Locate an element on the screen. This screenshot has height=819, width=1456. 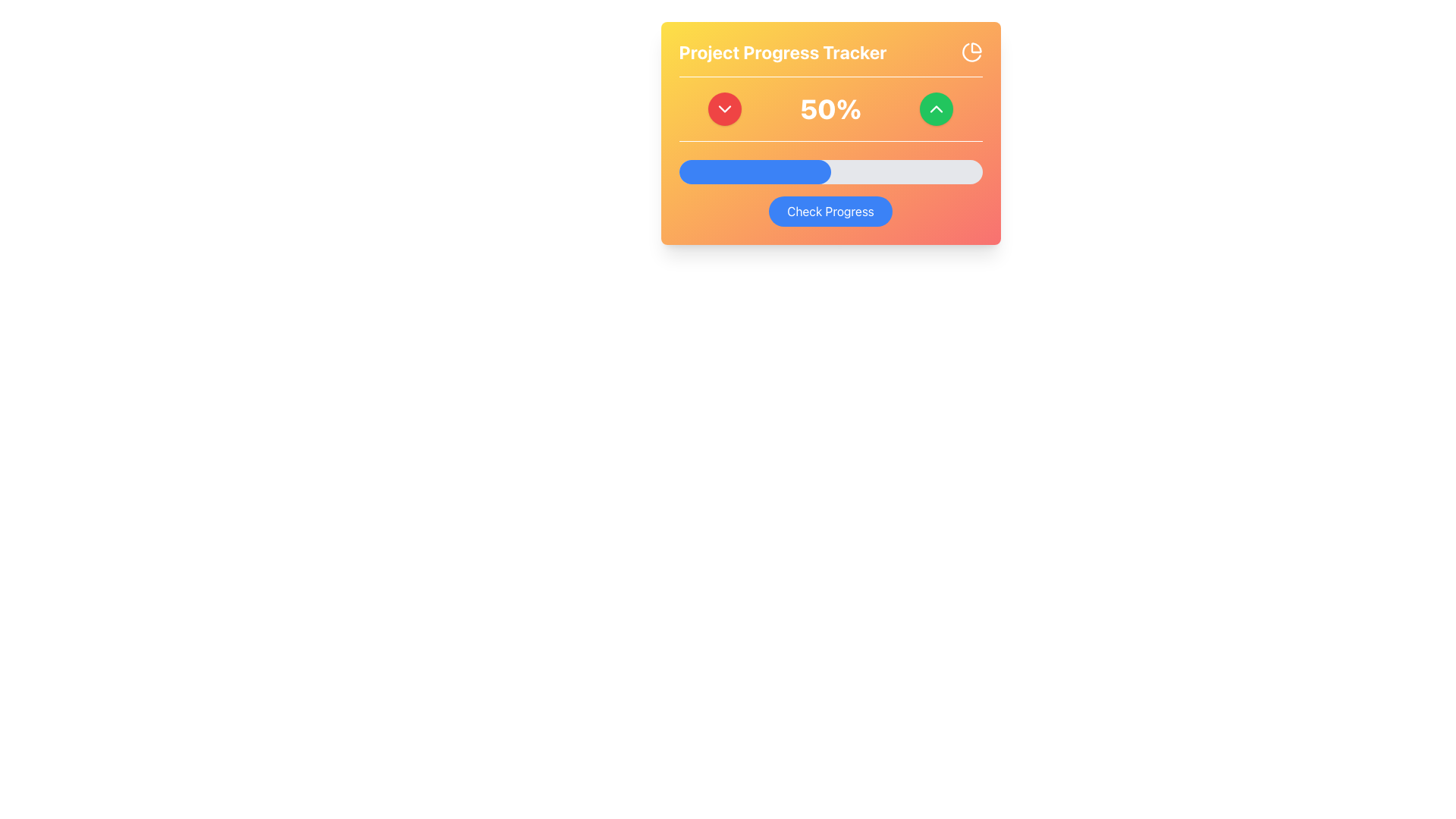
the 'Check Progress' button with a blue background and white text is located at coordinates (830, 211).